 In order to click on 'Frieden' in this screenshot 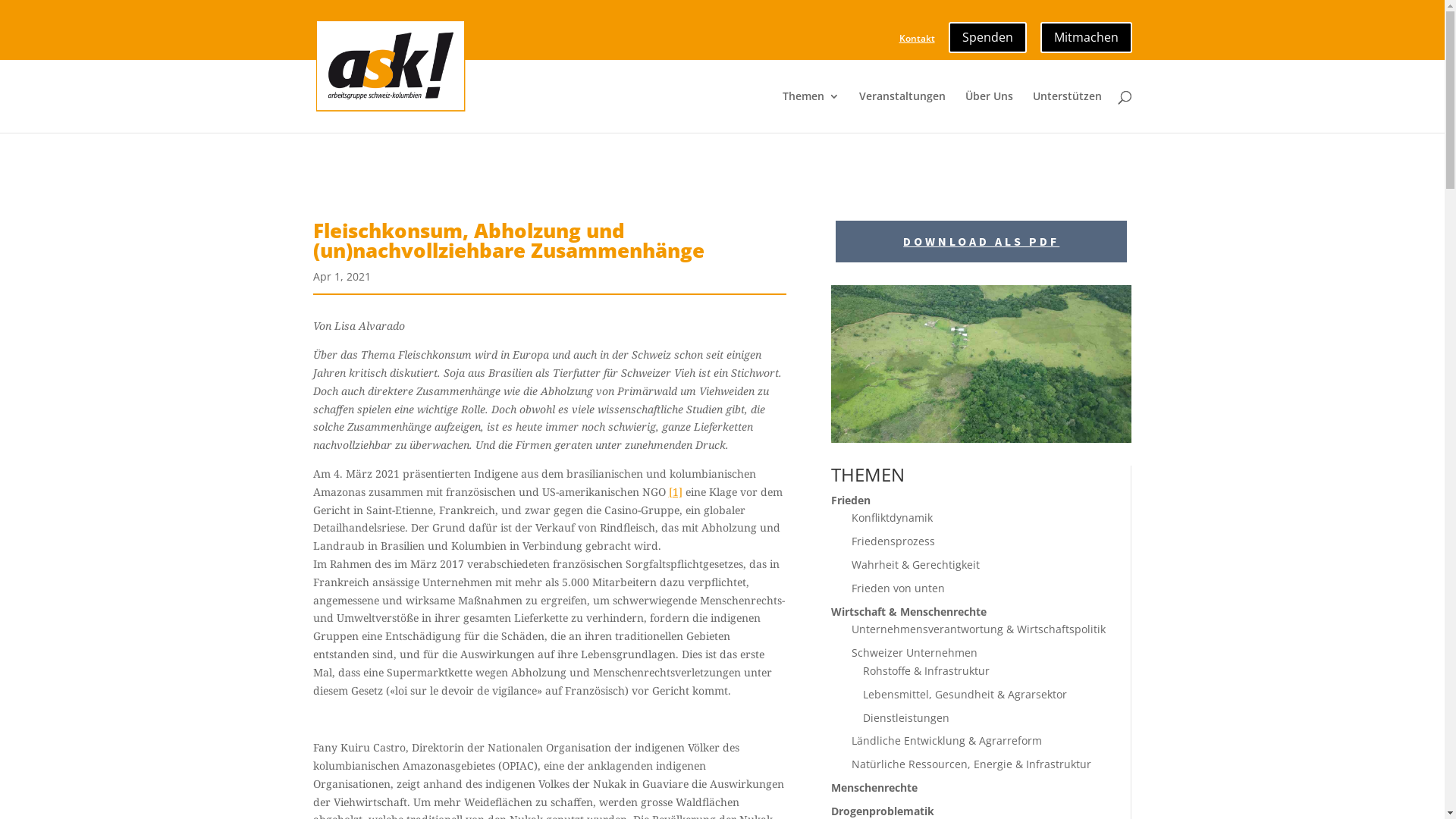, I will do `click(851, 500)`.